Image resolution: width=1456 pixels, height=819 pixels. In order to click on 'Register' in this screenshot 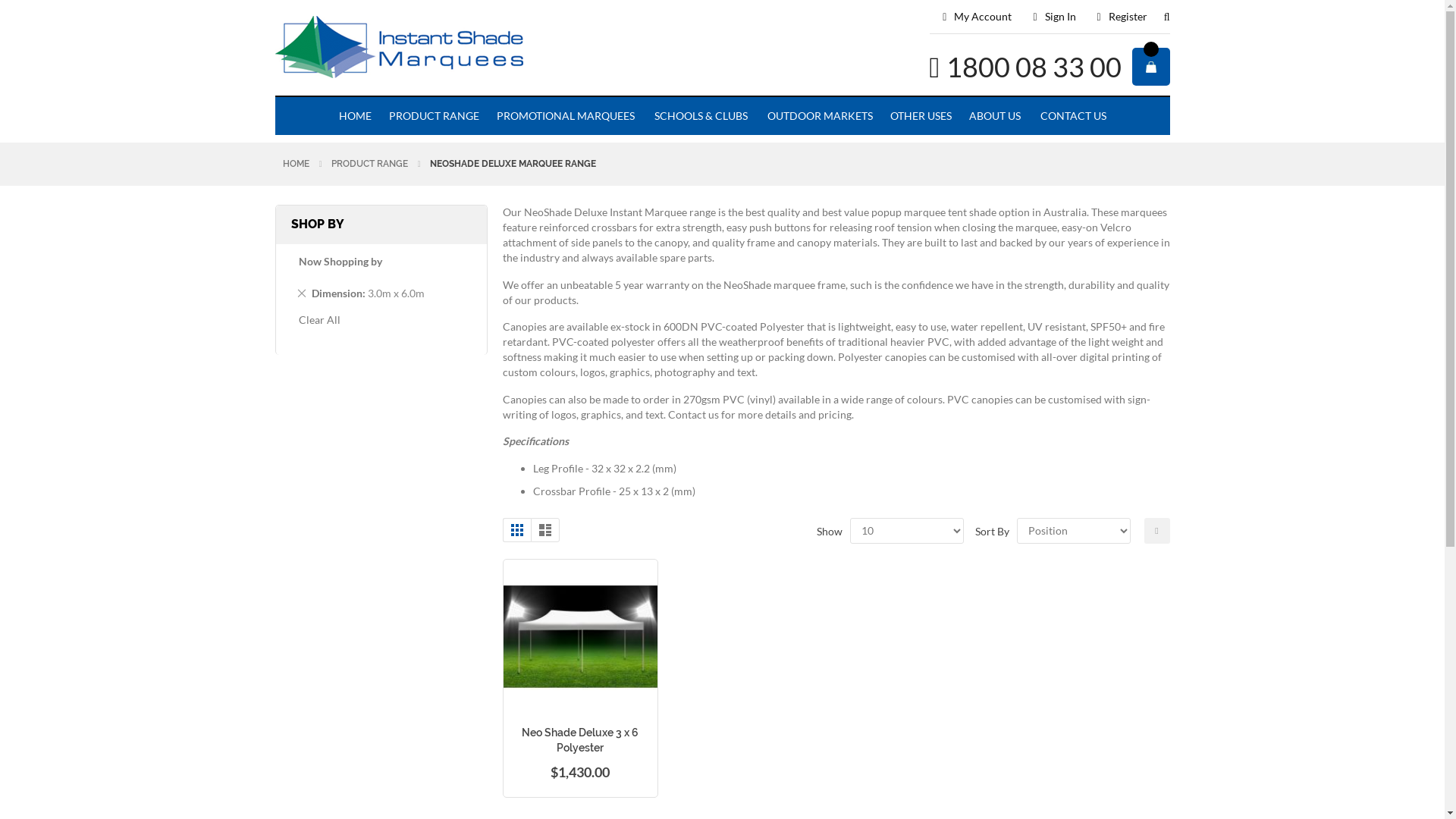, I will do `click(1122, 17)`.